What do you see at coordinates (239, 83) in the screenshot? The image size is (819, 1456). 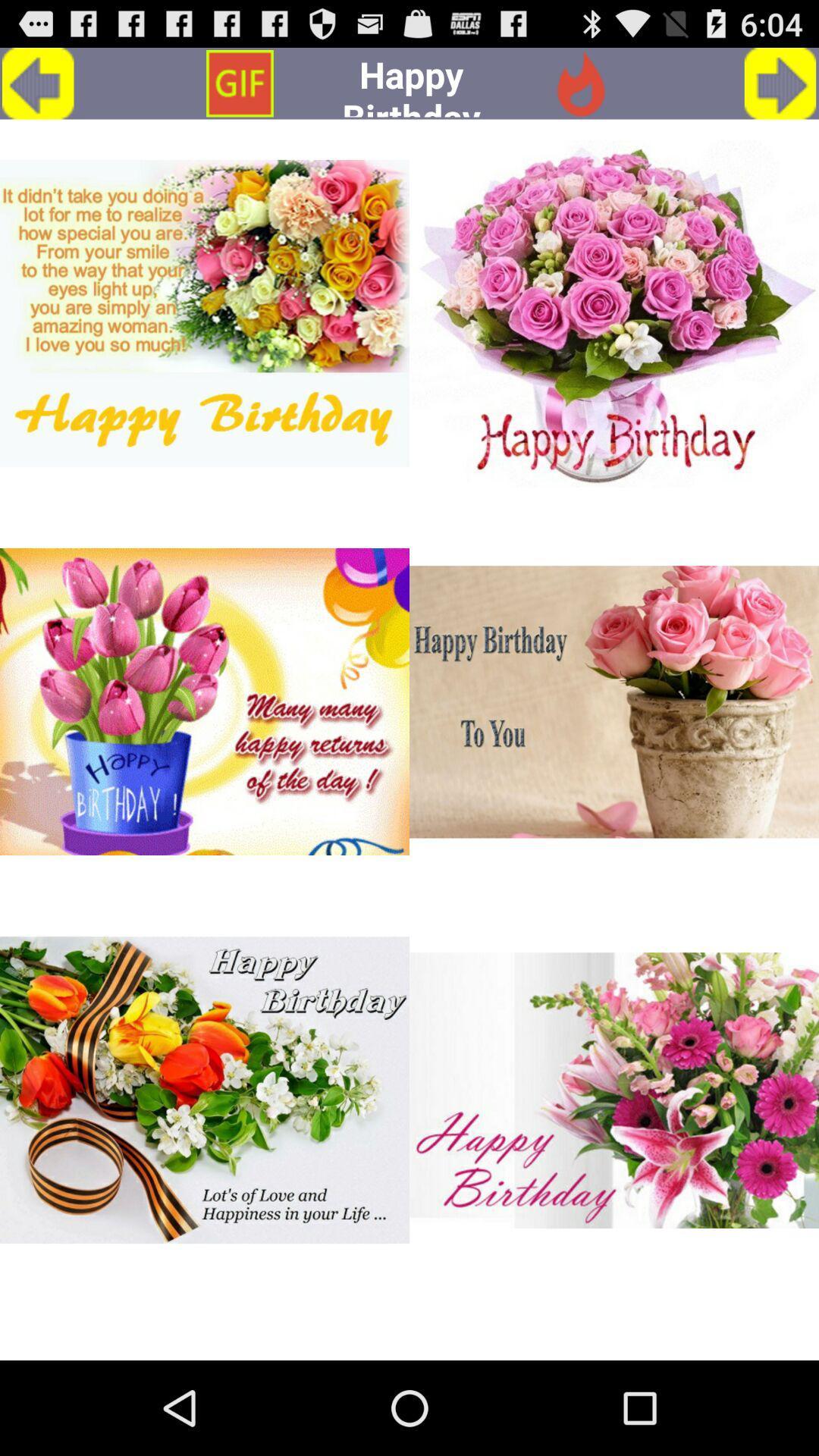 I see `app next to the happy birthday app` at bounding box center [239, 83].